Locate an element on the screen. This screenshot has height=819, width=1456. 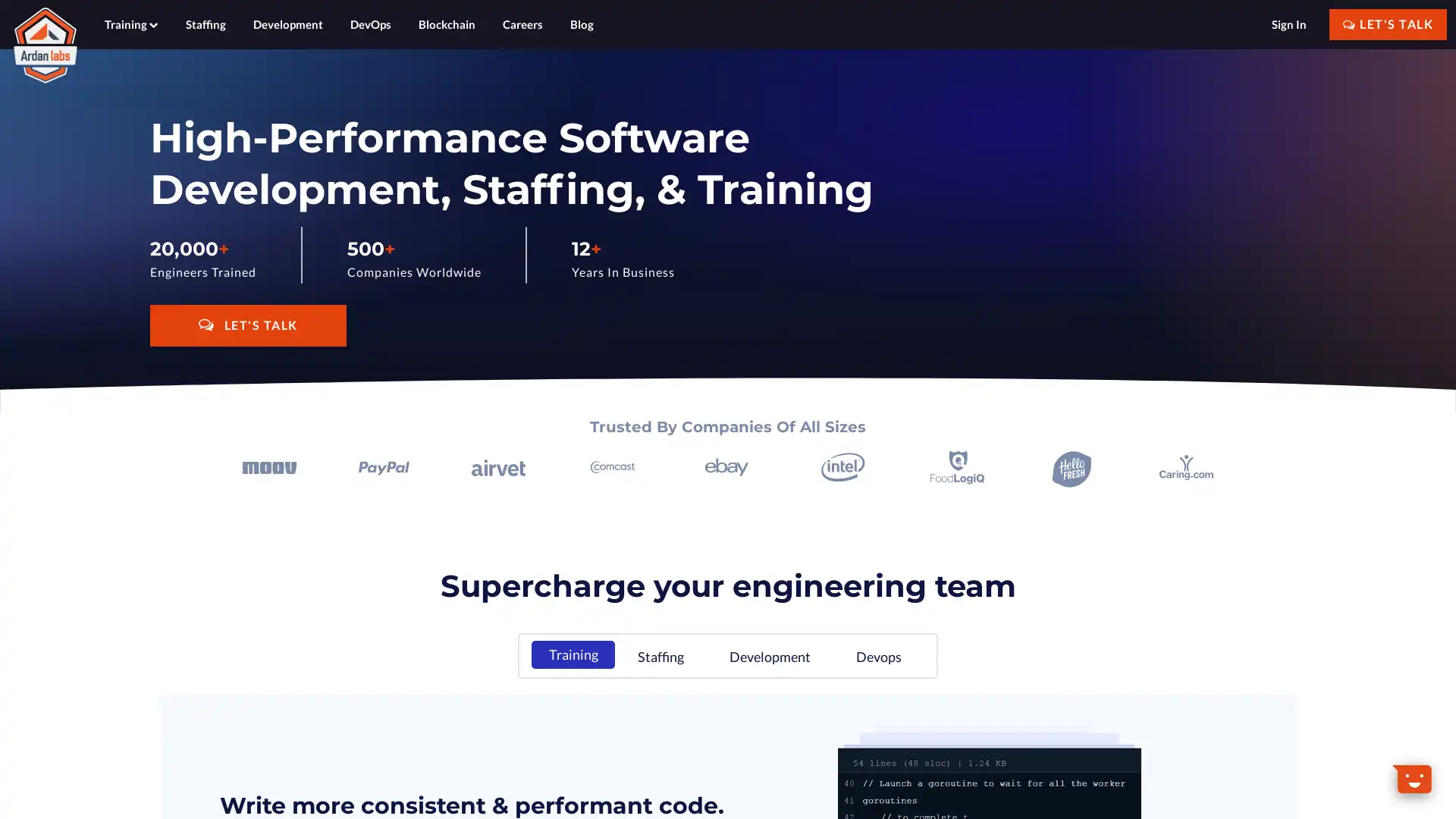
Open is located at coordinates (1410, 778).